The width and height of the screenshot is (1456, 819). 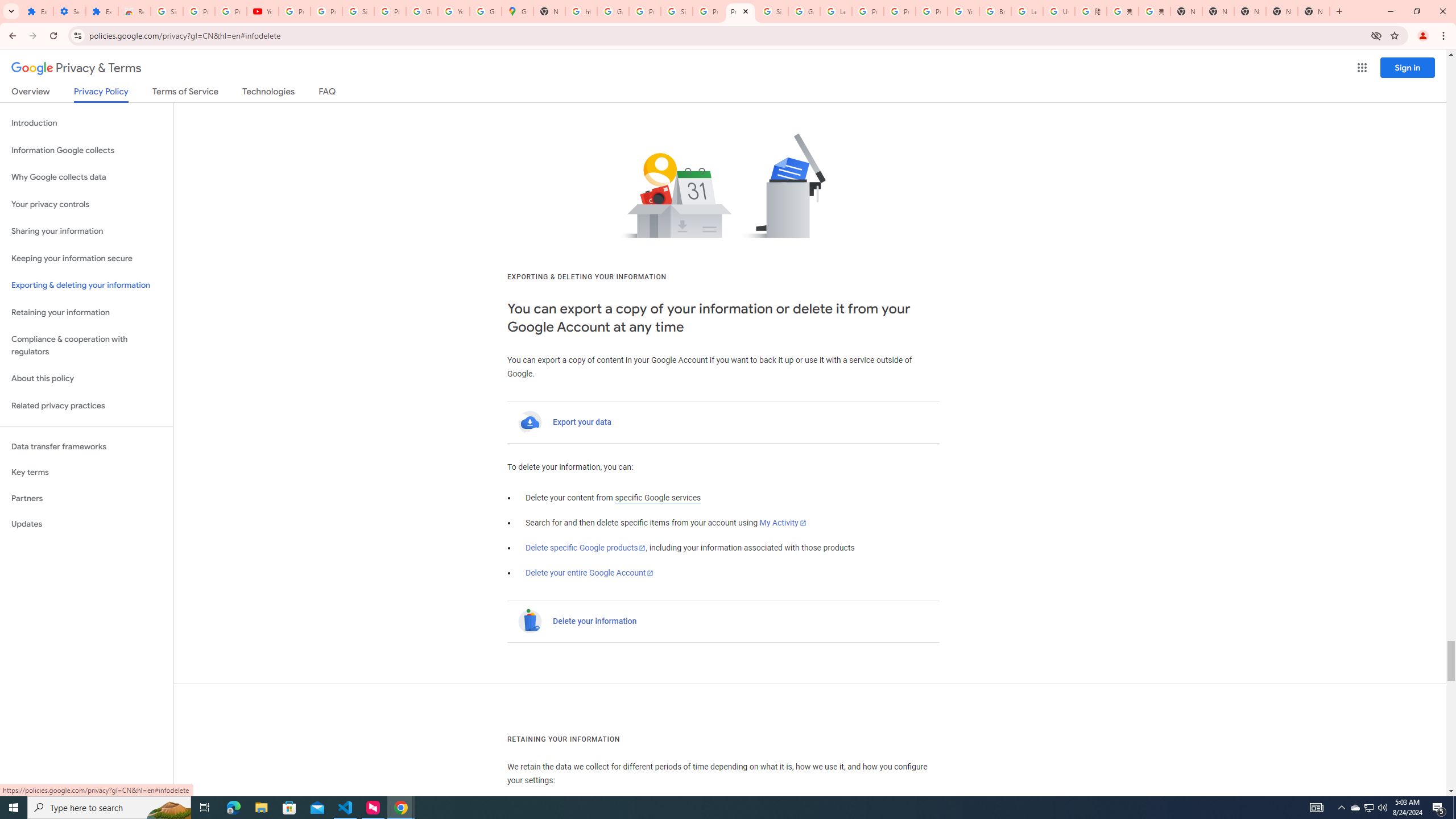 I want to click on 'Google Maps', so click(x=517, y=11).